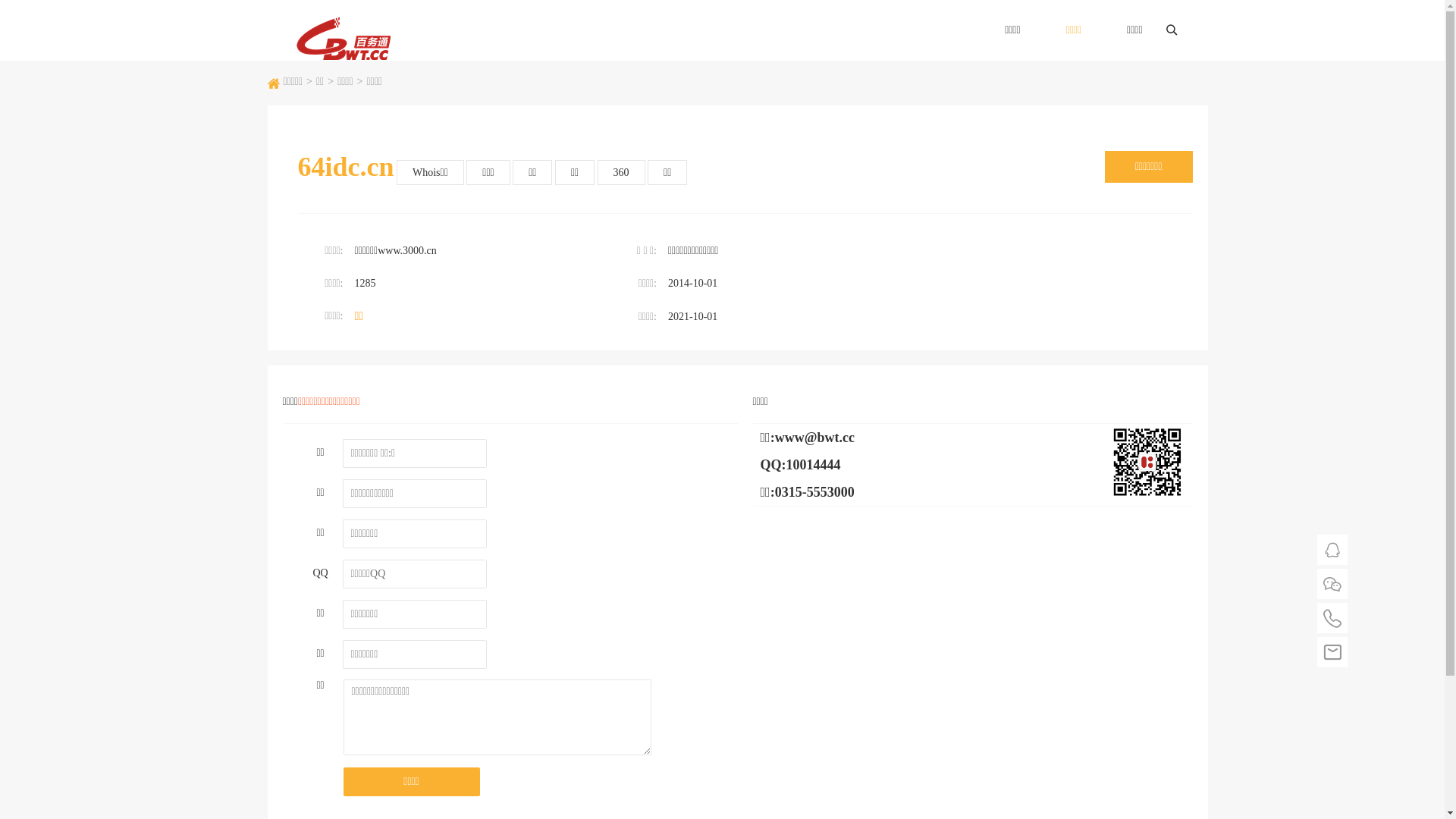 The width and height of the screenshot is (1456, 819). I want to click on '360', so click(621, 171).